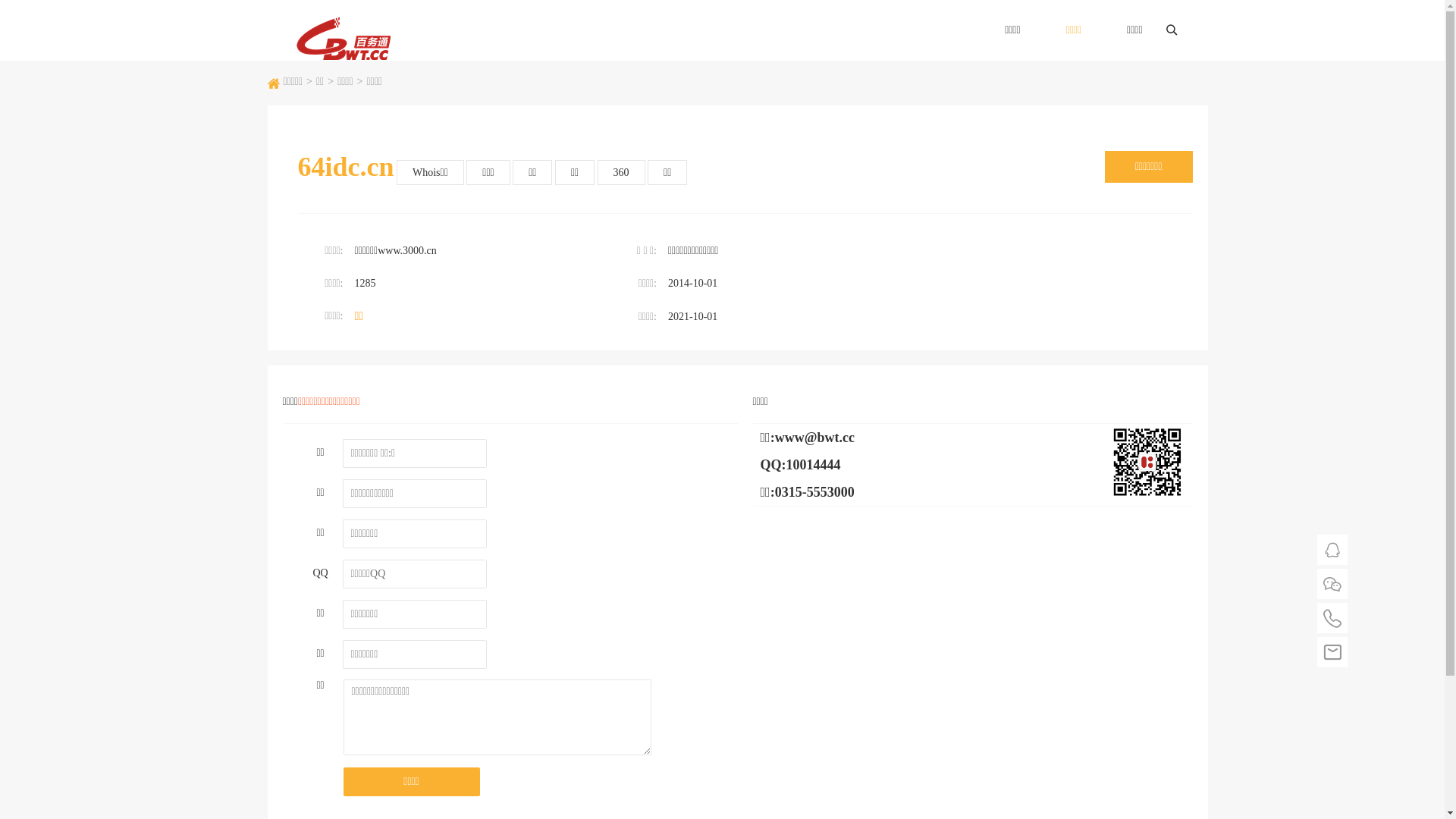 The width and height of the screenshot is (1456, 819). I want to click on '360', so click(621, 171).